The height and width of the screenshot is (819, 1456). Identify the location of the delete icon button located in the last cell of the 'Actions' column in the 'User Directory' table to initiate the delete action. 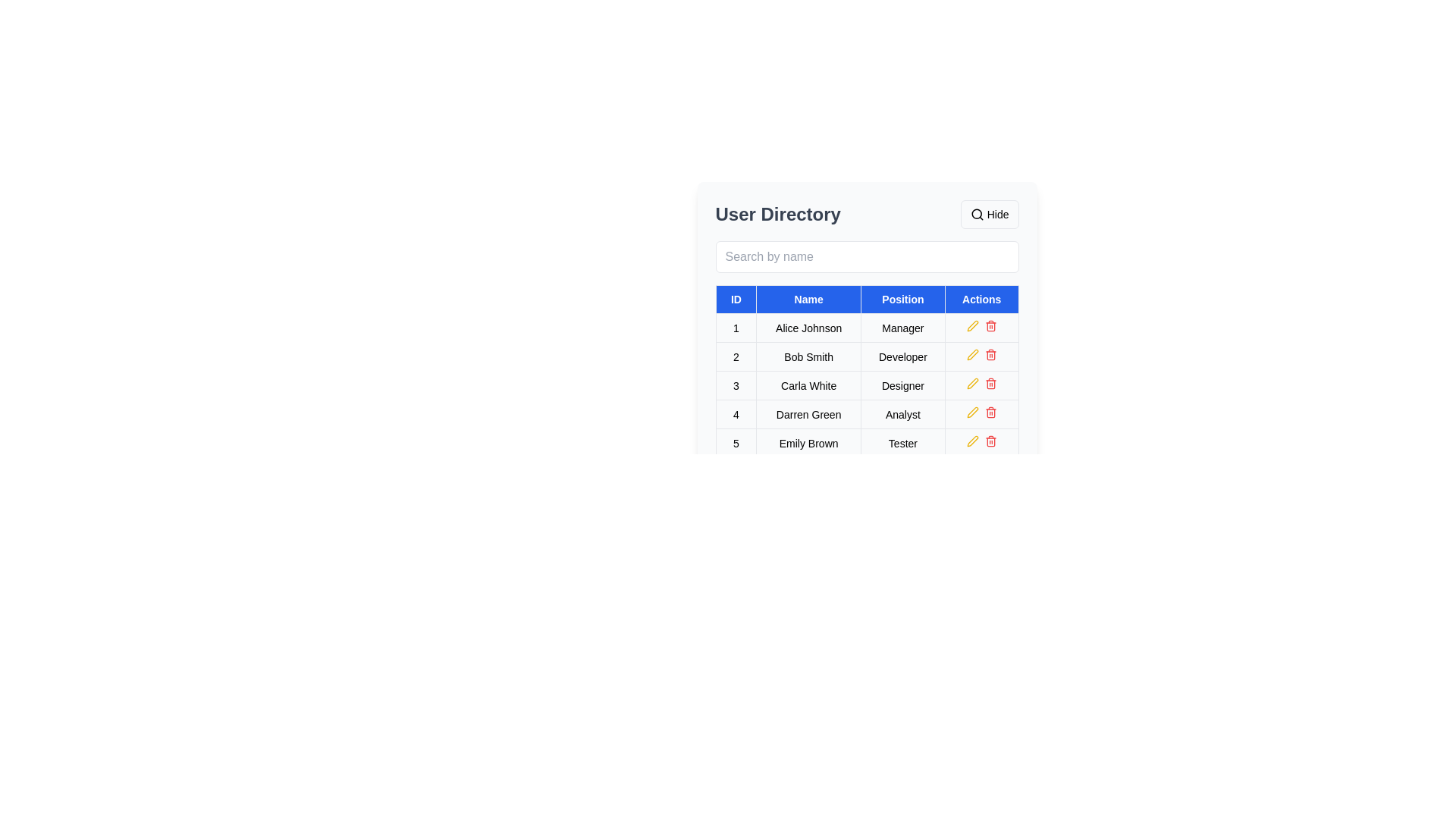
(981, 443).